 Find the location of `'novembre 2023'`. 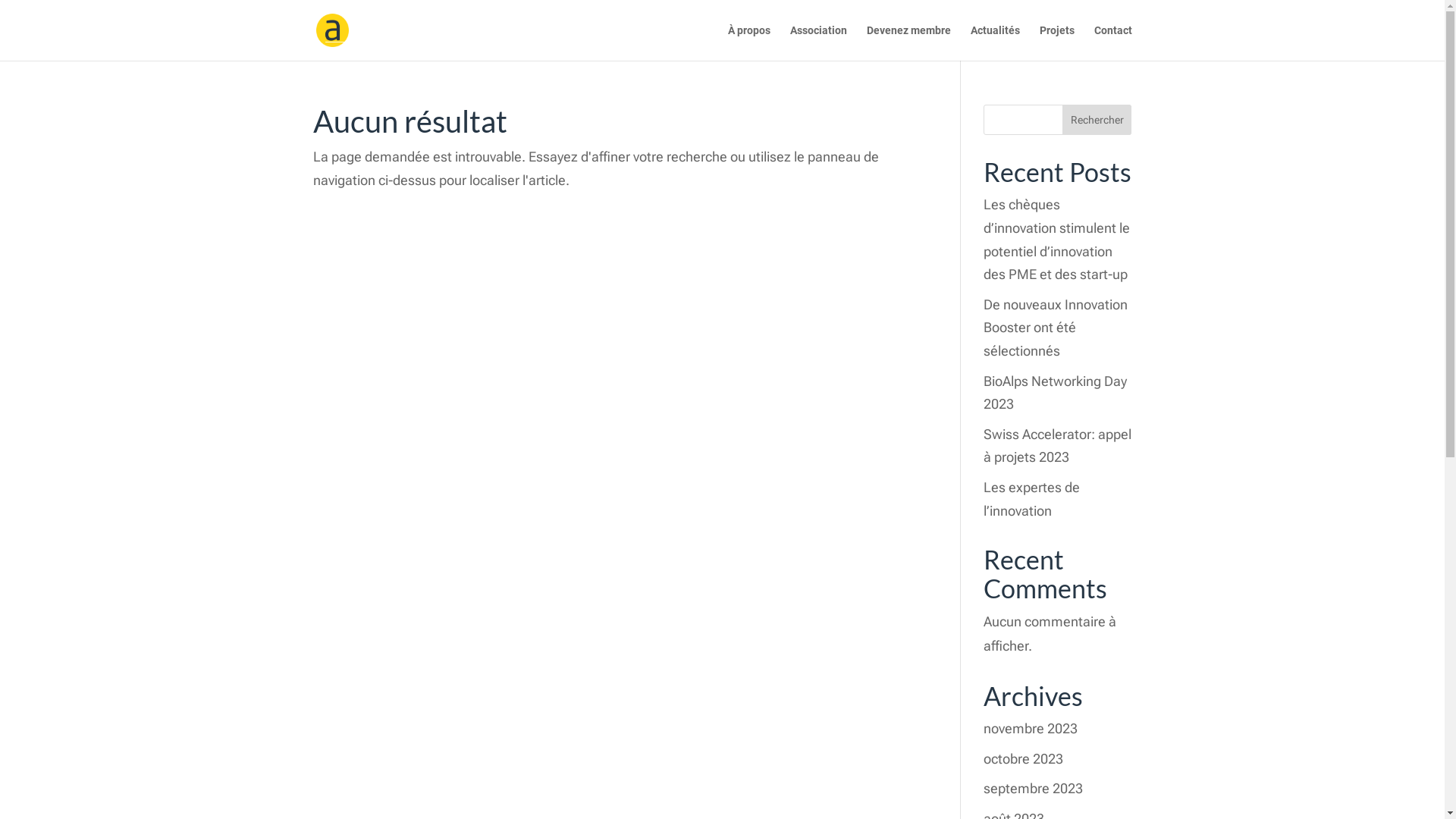

'novembre 2023' is located at coordinates (1030, 727).